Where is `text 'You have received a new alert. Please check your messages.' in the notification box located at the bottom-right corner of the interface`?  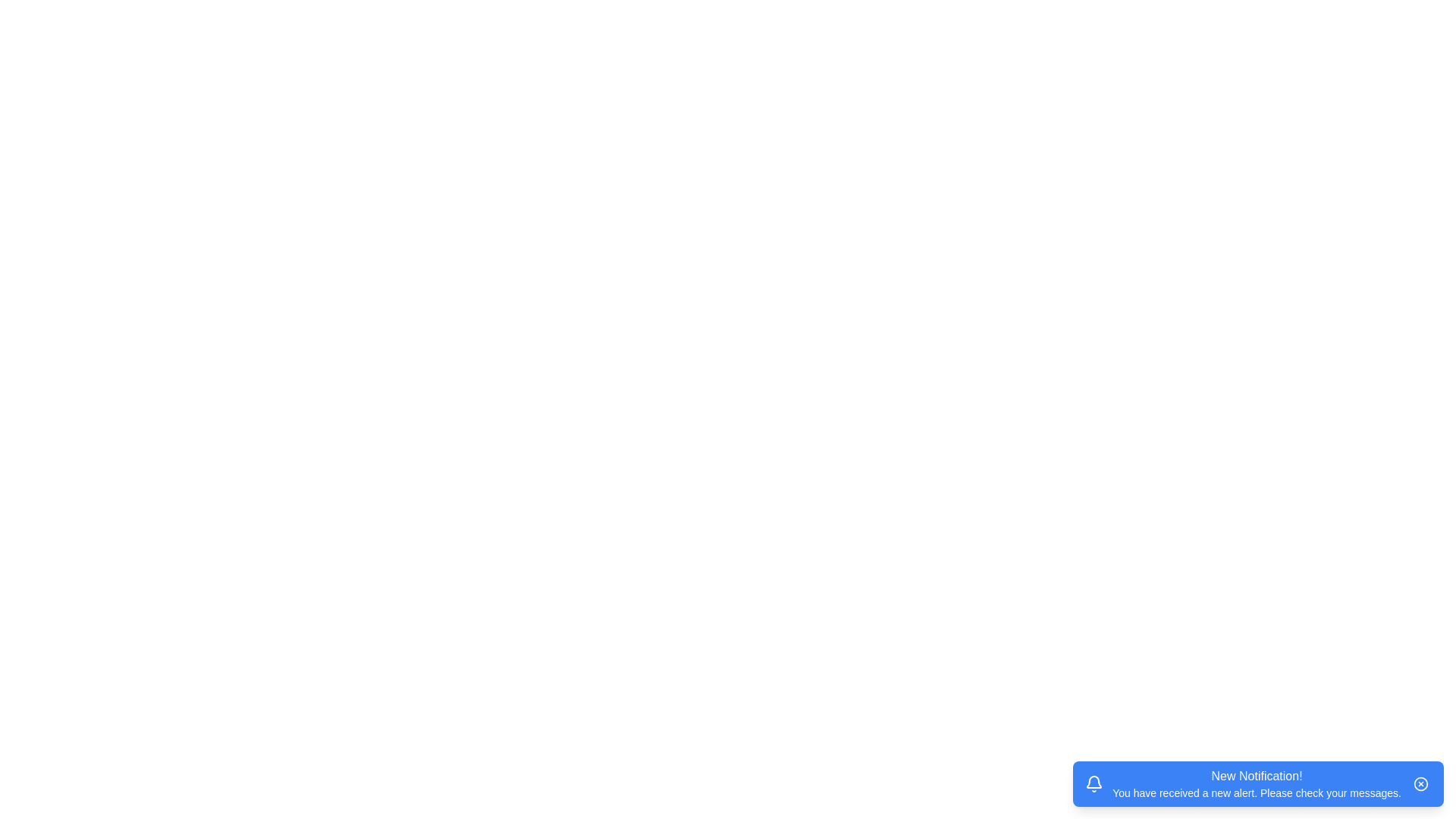 text 'You have received a new alert. Please check your messages.' in the notification box located at the bottom-right corner of the interface is located at coordinates (1257, 792).